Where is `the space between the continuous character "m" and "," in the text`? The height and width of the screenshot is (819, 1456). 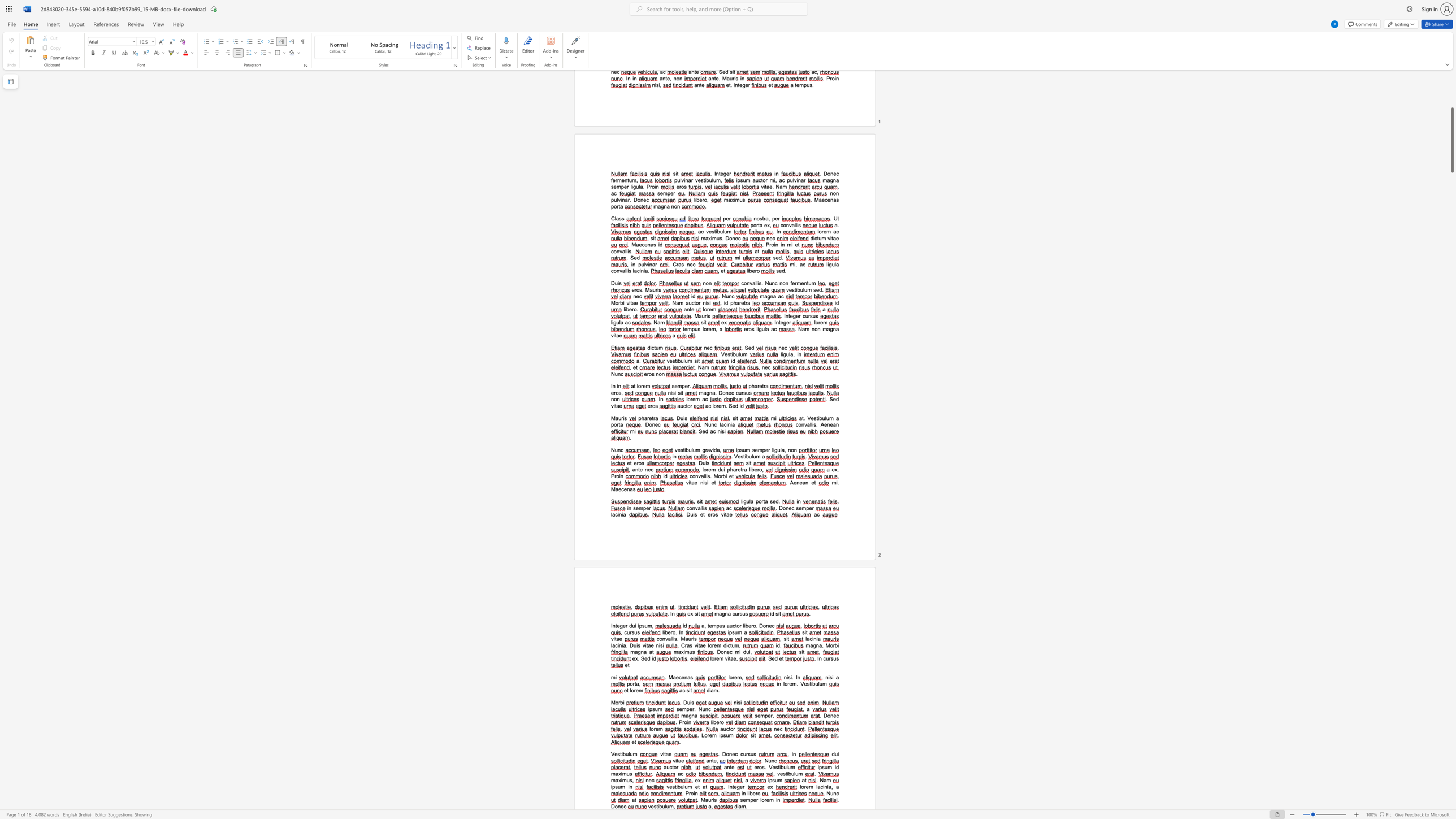
the space between the continuous character "m" and "," in the text is located at coordinates (672, 806).